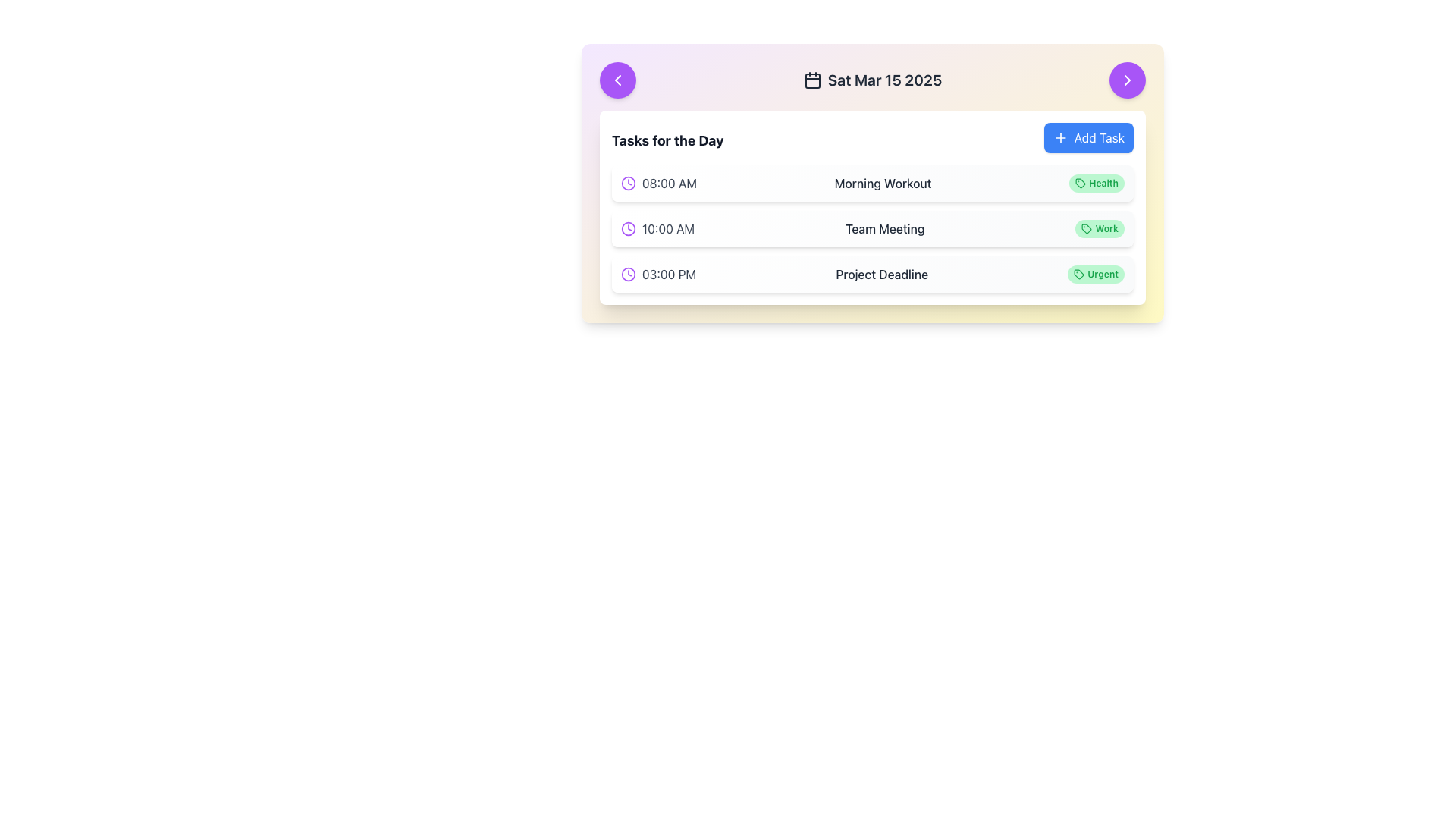 The width and height of the screenshot is (1456, 819). Describe the element at coordinates (1128, 80) in the screenshot. I see `the right-pointing chevron icon located within the circular purple button at the top-right corner of the main interface` at that location.